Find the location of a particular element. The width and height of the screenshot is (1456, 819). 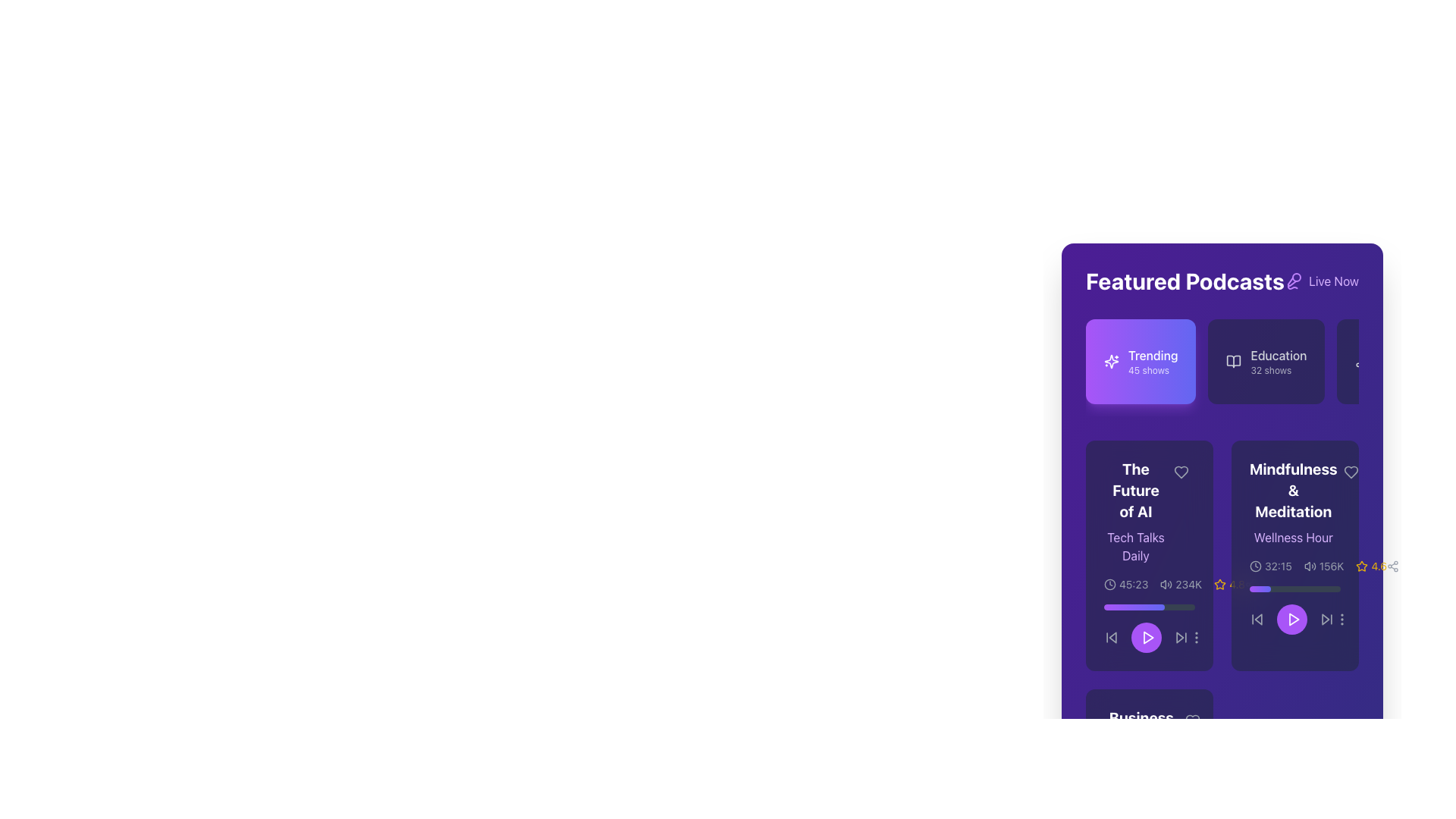

text label displaying 'Trending' in bold white font against a purple background, located in the top-left quadrant of the 'Featured Podcasts' section is located at coordinates (1153, 356).